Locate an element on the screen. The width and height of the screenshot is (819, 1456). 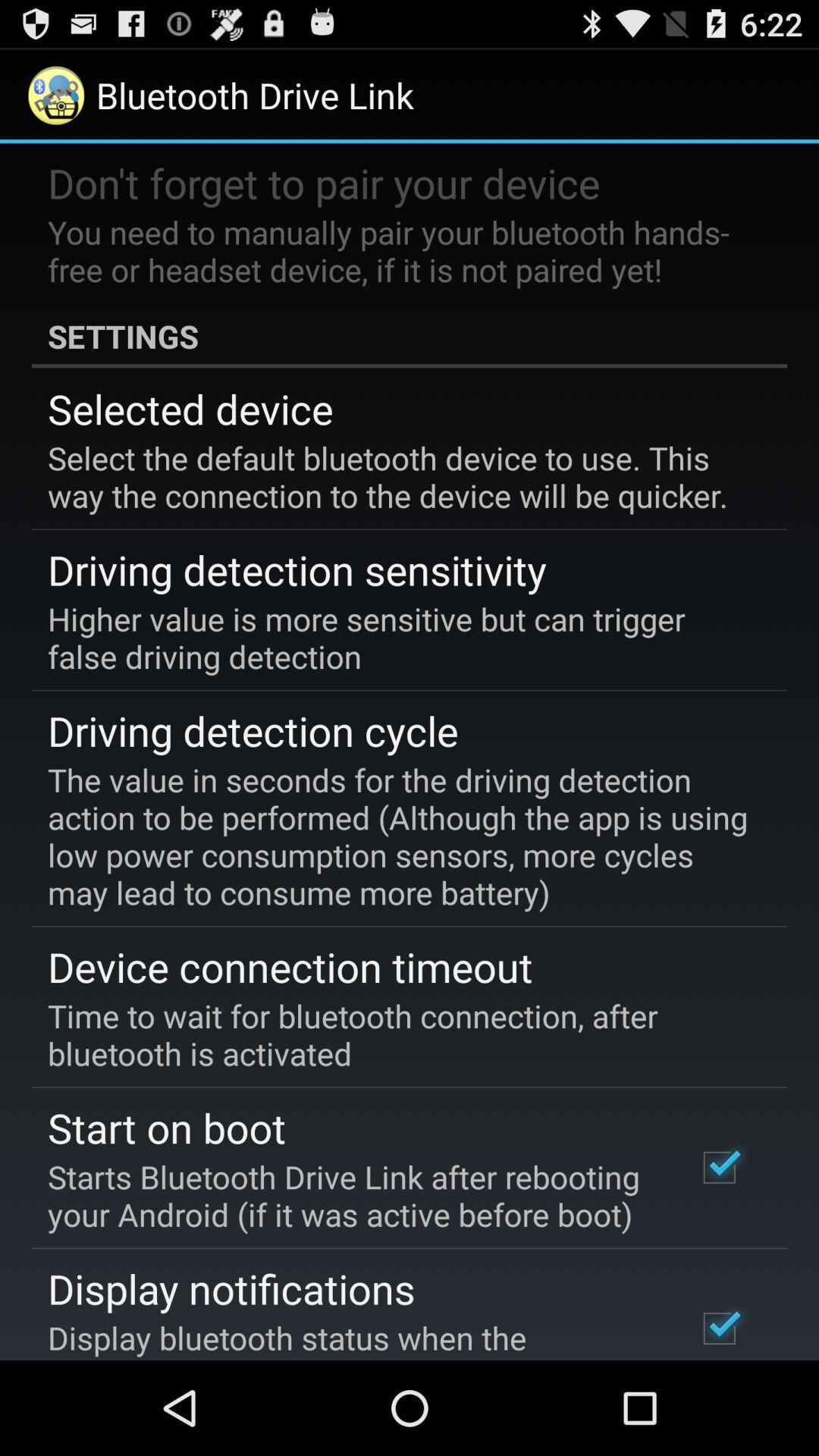
the item above device connection timeout icon is located at coordinates (398, 835).